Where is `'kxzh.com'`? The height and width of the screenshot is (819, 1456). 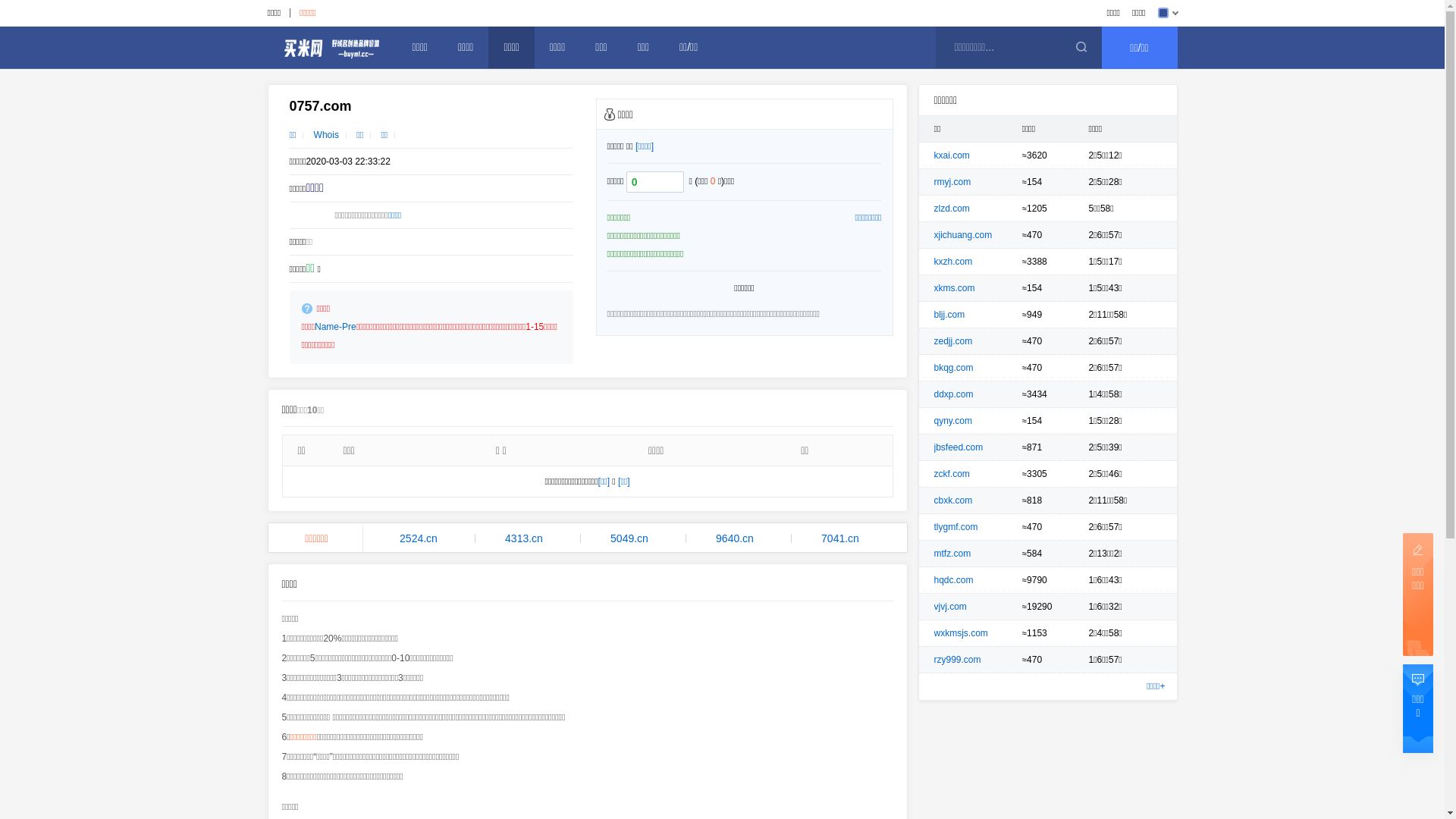 'kxzh.com' is located at coordinates (952, 260).